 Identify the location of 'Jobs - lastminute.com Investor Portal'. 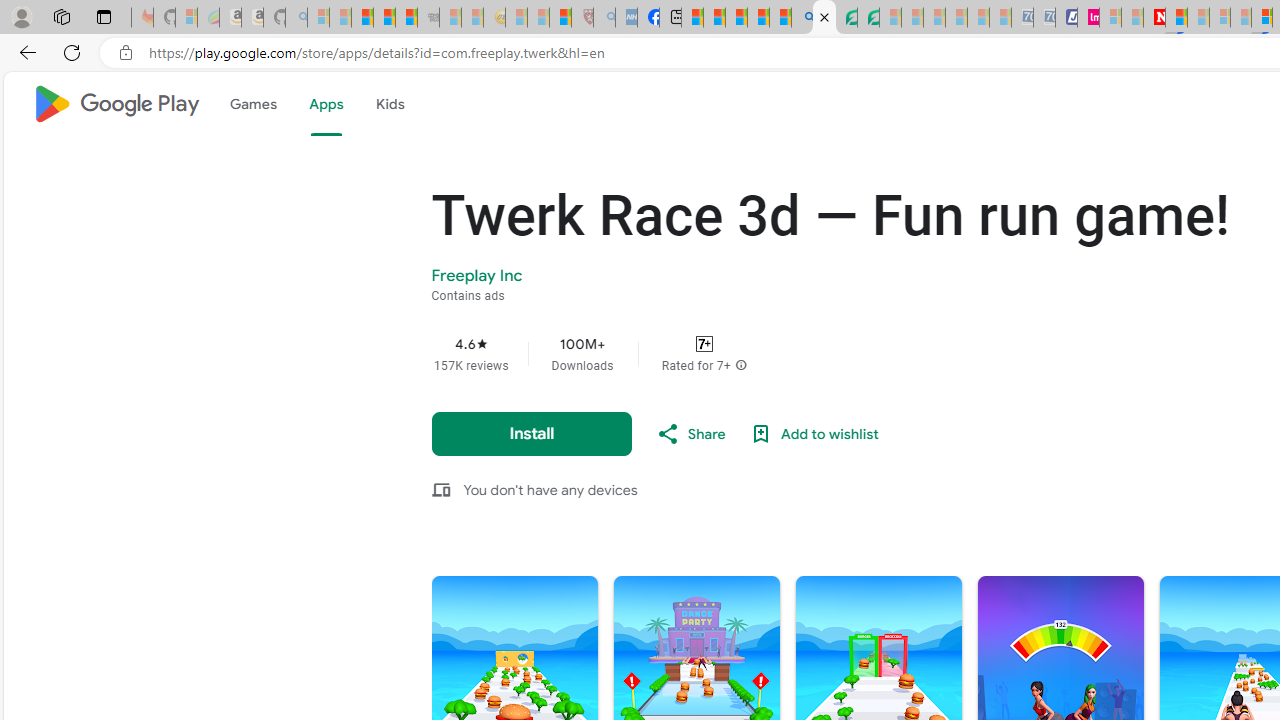
(1087, 17).